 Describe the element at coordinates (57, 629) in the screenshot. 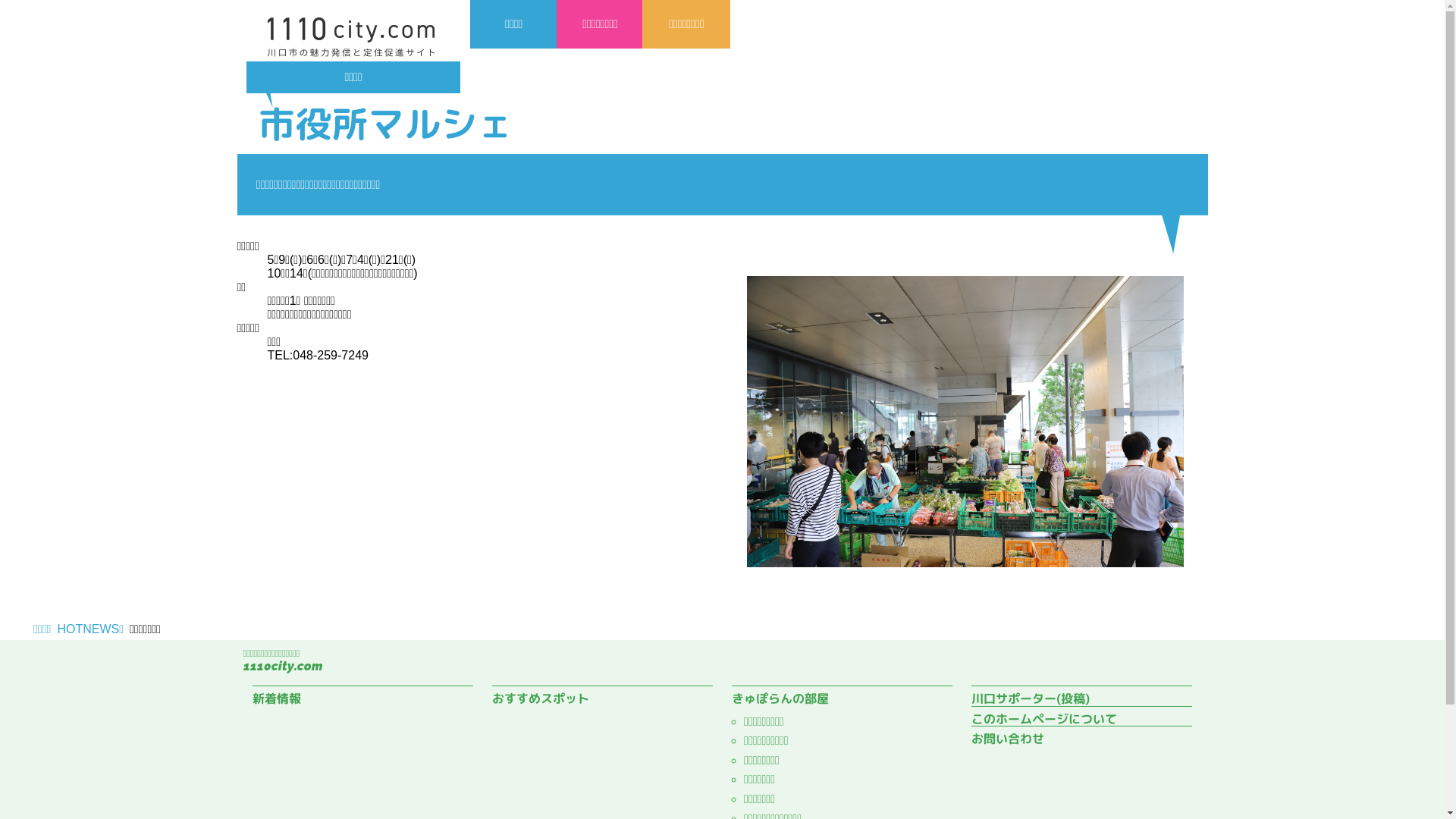

I see `'HOTNEWS'` at that location.